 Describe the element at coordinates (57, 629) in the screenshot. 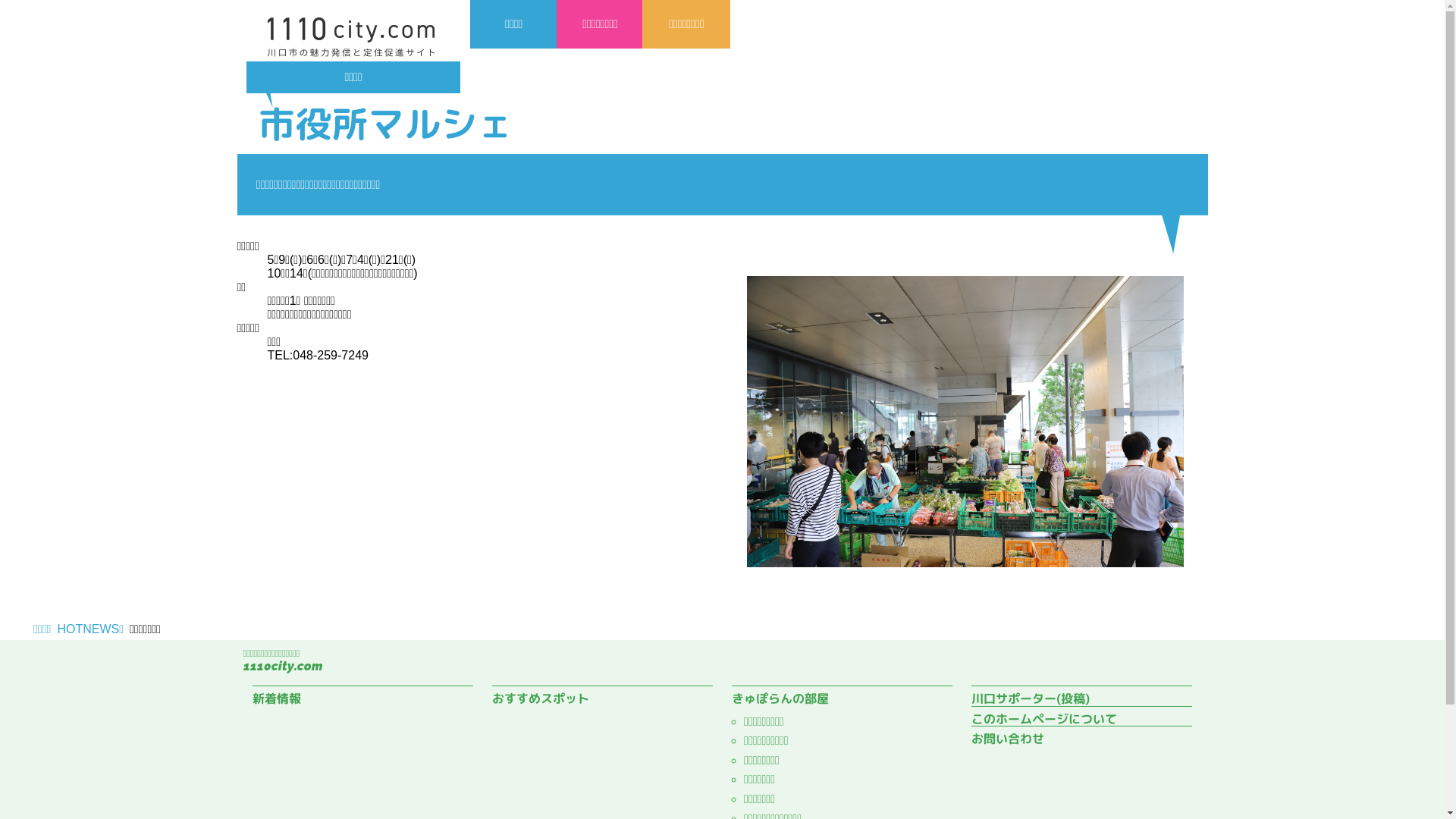

I see `'HOTNEWS'` at that location.